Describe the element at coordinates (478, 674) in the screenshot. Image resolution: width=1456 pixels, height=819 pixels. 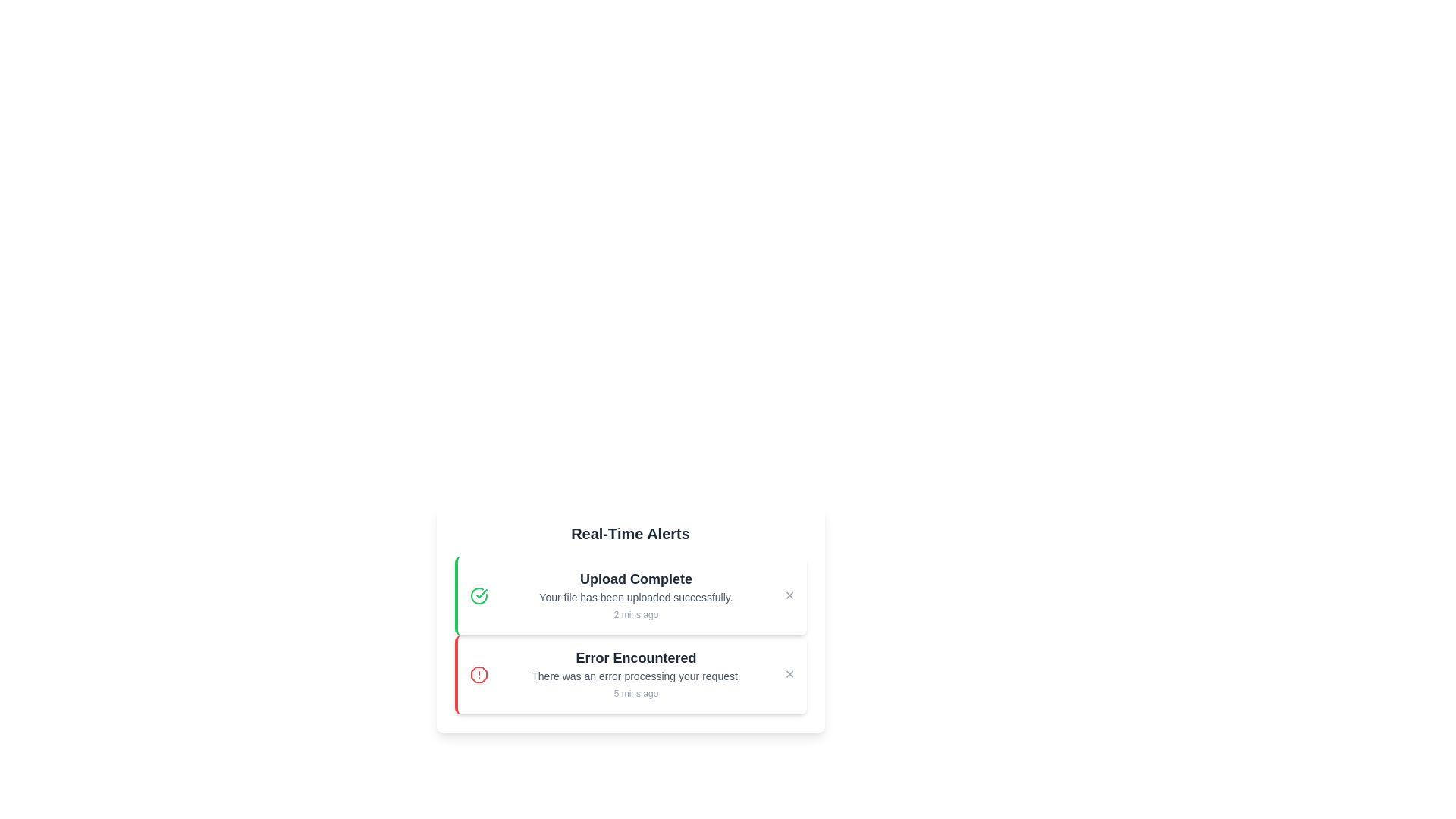
I see `the decorative vector graphic component within the red alert icon that indicates the 'Error Encountered' message, located to the left of the alert notification` at that location.